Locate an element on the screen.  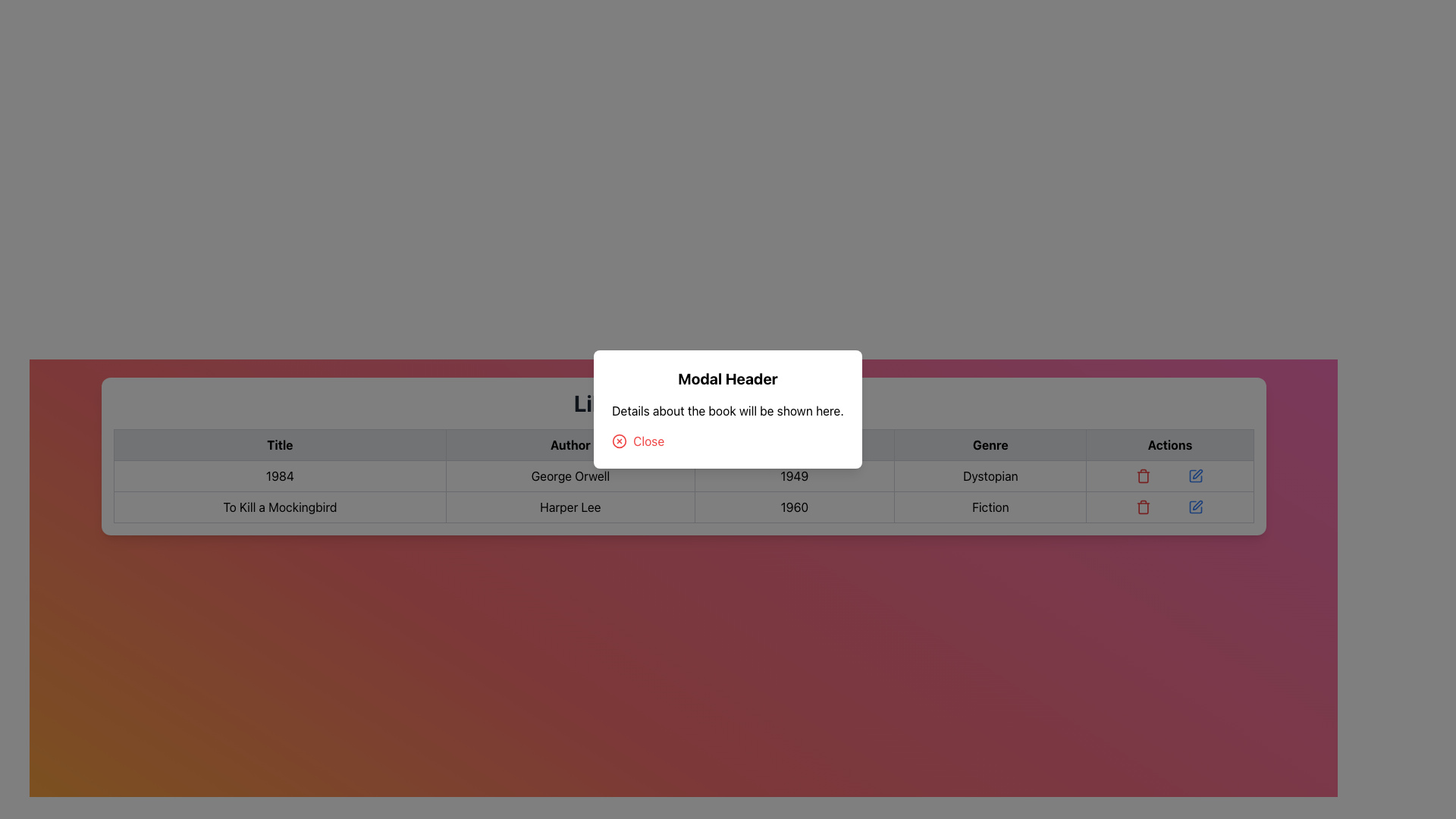
the edit action icon located in the 'Actions' column of the second row in the table, which serves as a trigger for modifying data is located at coordinates (1197, 505).